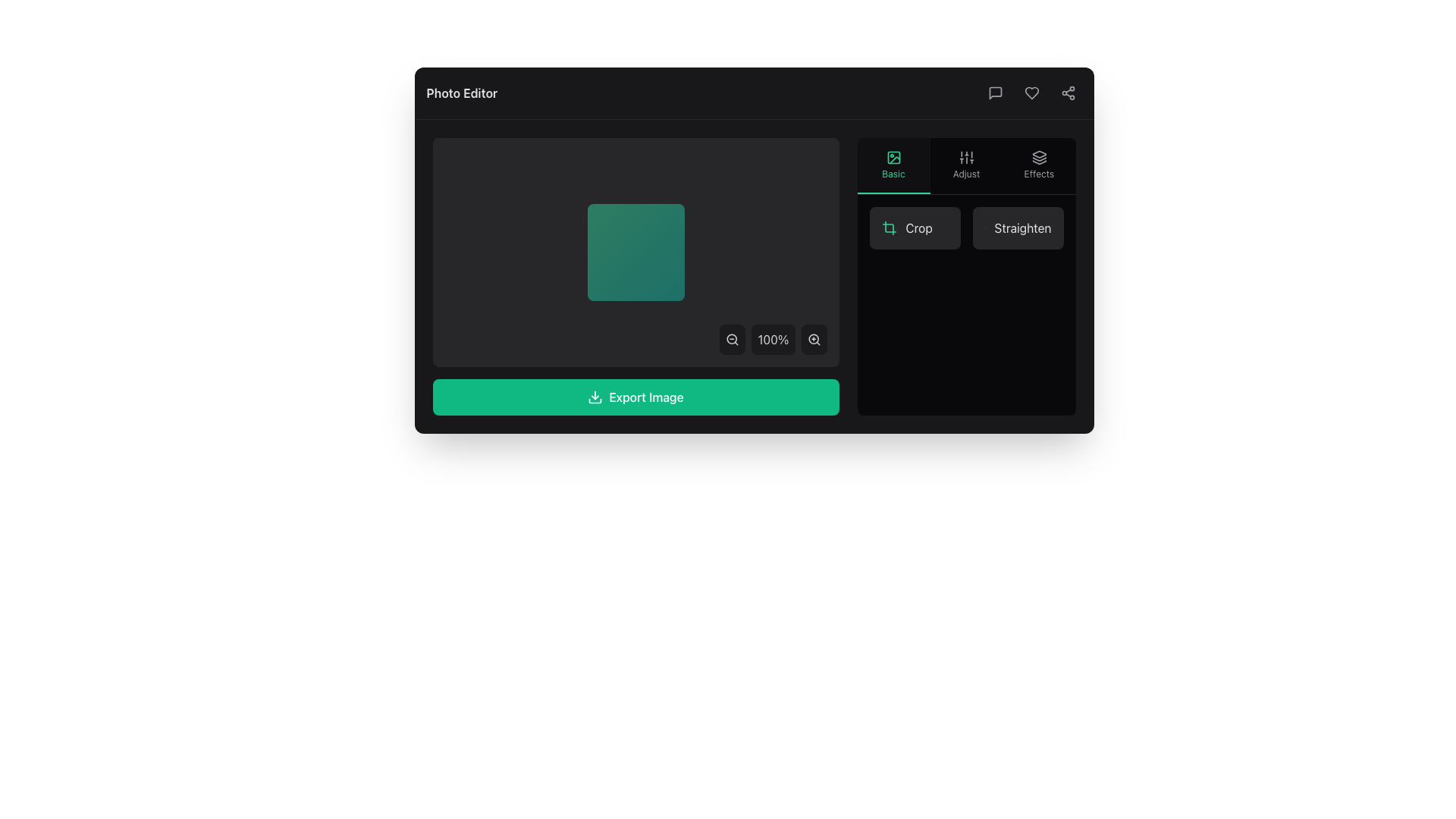 The width and height of the screenshot is (1456, 819). What do you see at coordinates (889, 227) in the screenshot?
I see `the green crop tool icon located in the rightmost panel, which is part of the 'Crop' button` at bounding box center [889, 227].